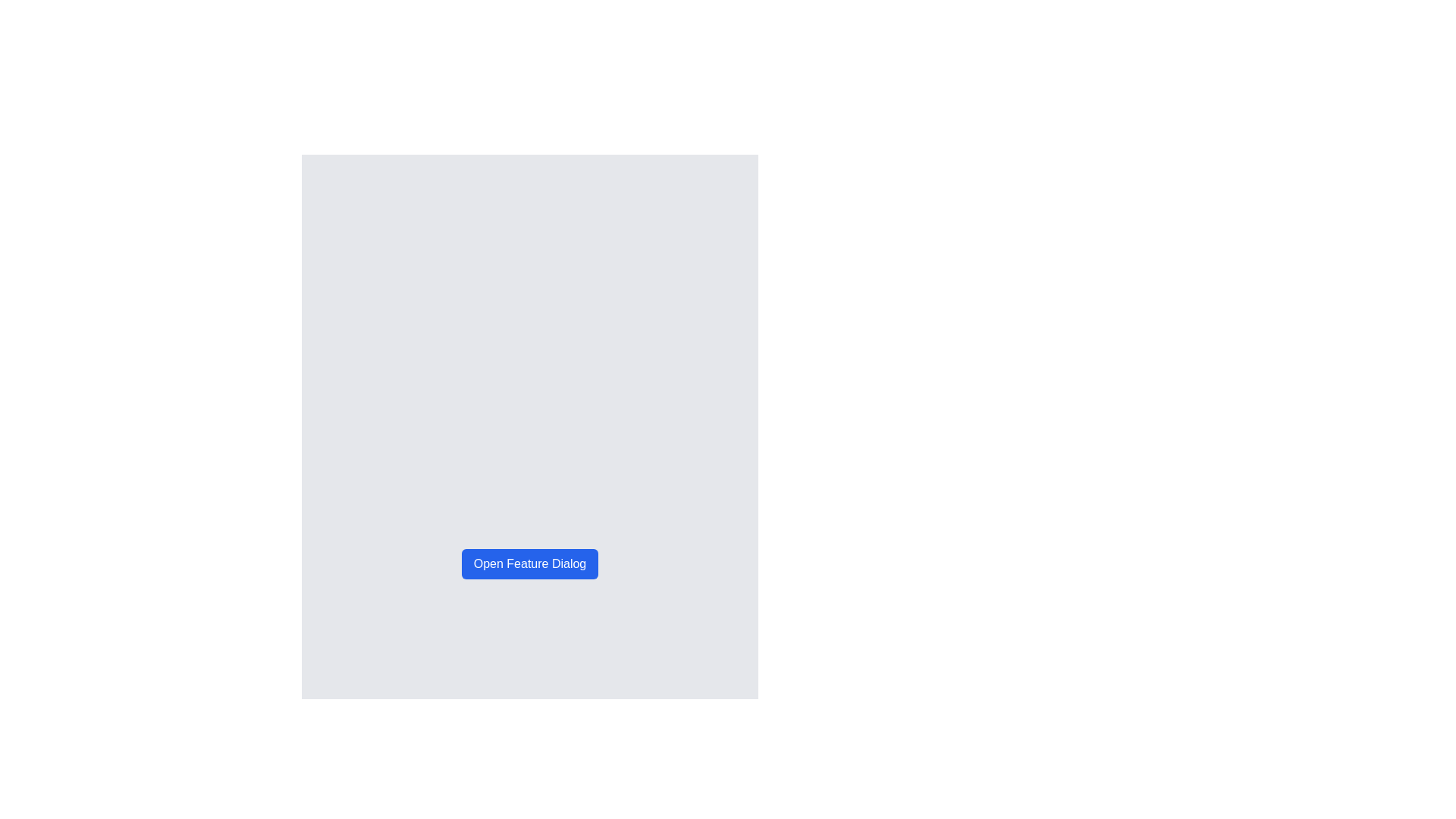 This screenshot has width=1456, height=819. What do you see at coordinates (530, 564) in the screenshot?
I see `the centrally located button that opens a feature dialog to change its appearance` at bounding box center [530, 564].